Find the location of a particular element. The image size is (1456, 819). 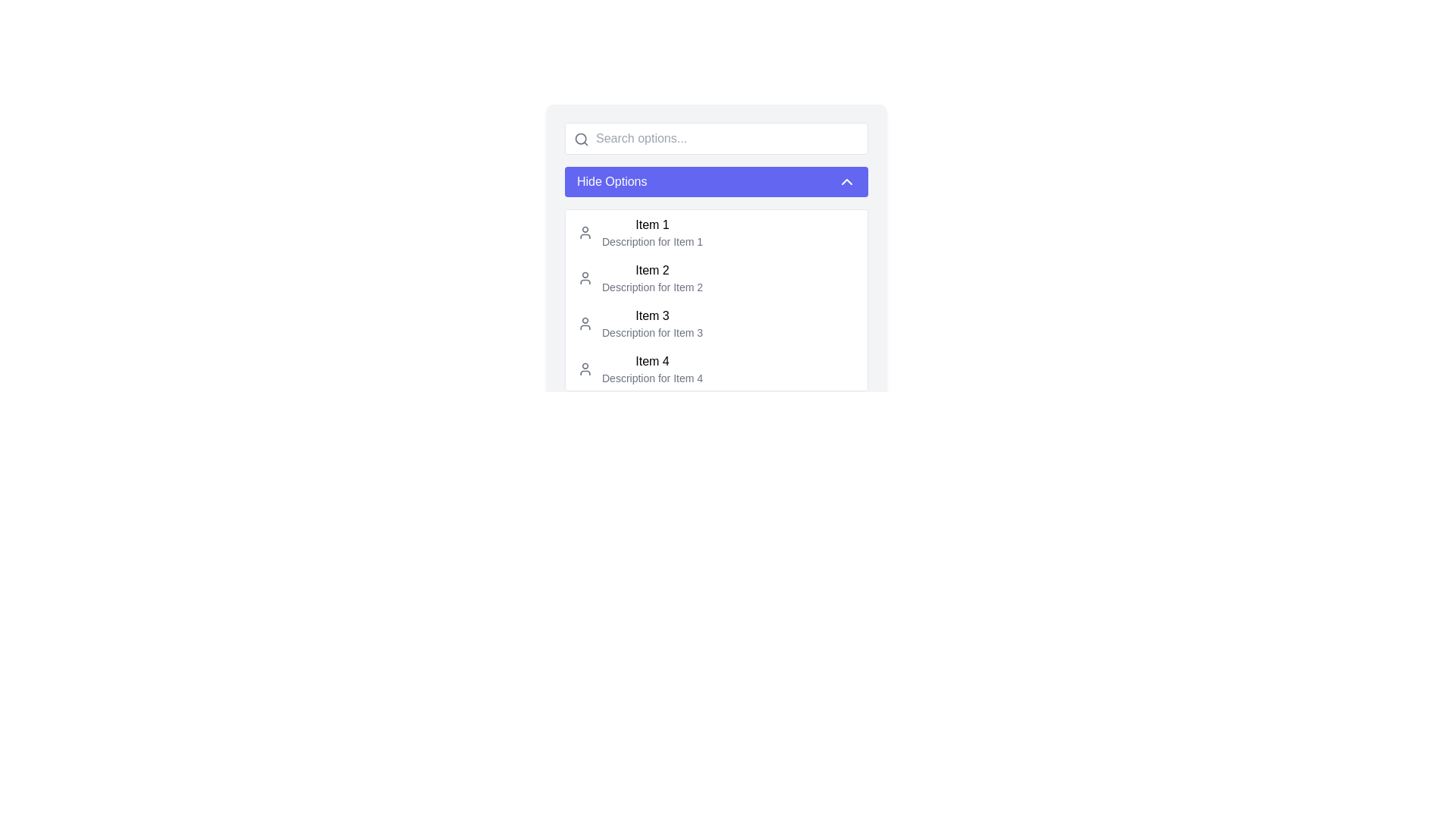

the 'Hide Options' button with a purple background and white text to prepare for interaction is located at coordinates (716, 180).